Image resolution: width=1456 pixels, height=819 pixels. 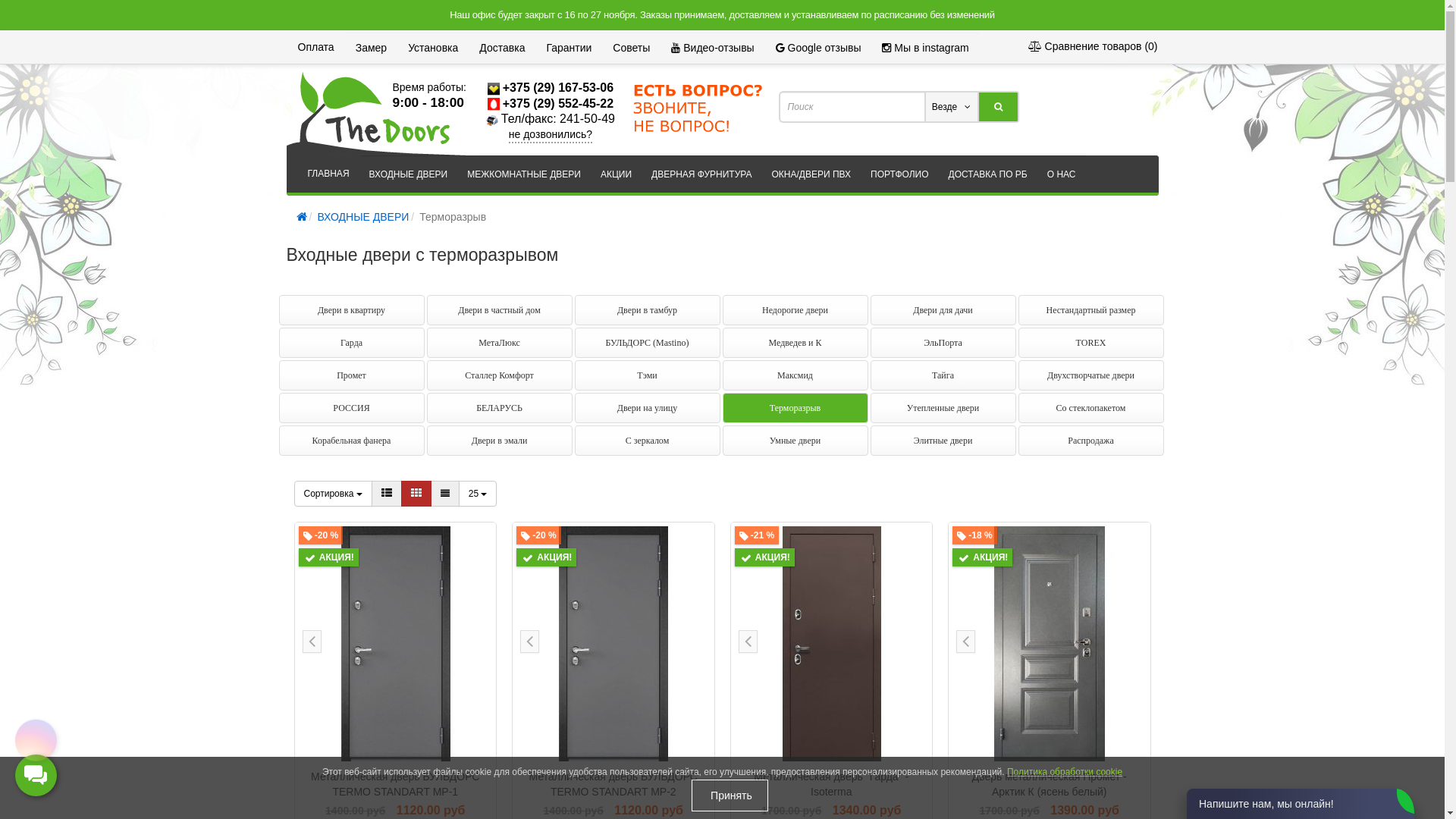 I want to click on 'TOREX', so click(x=1090, y=342).